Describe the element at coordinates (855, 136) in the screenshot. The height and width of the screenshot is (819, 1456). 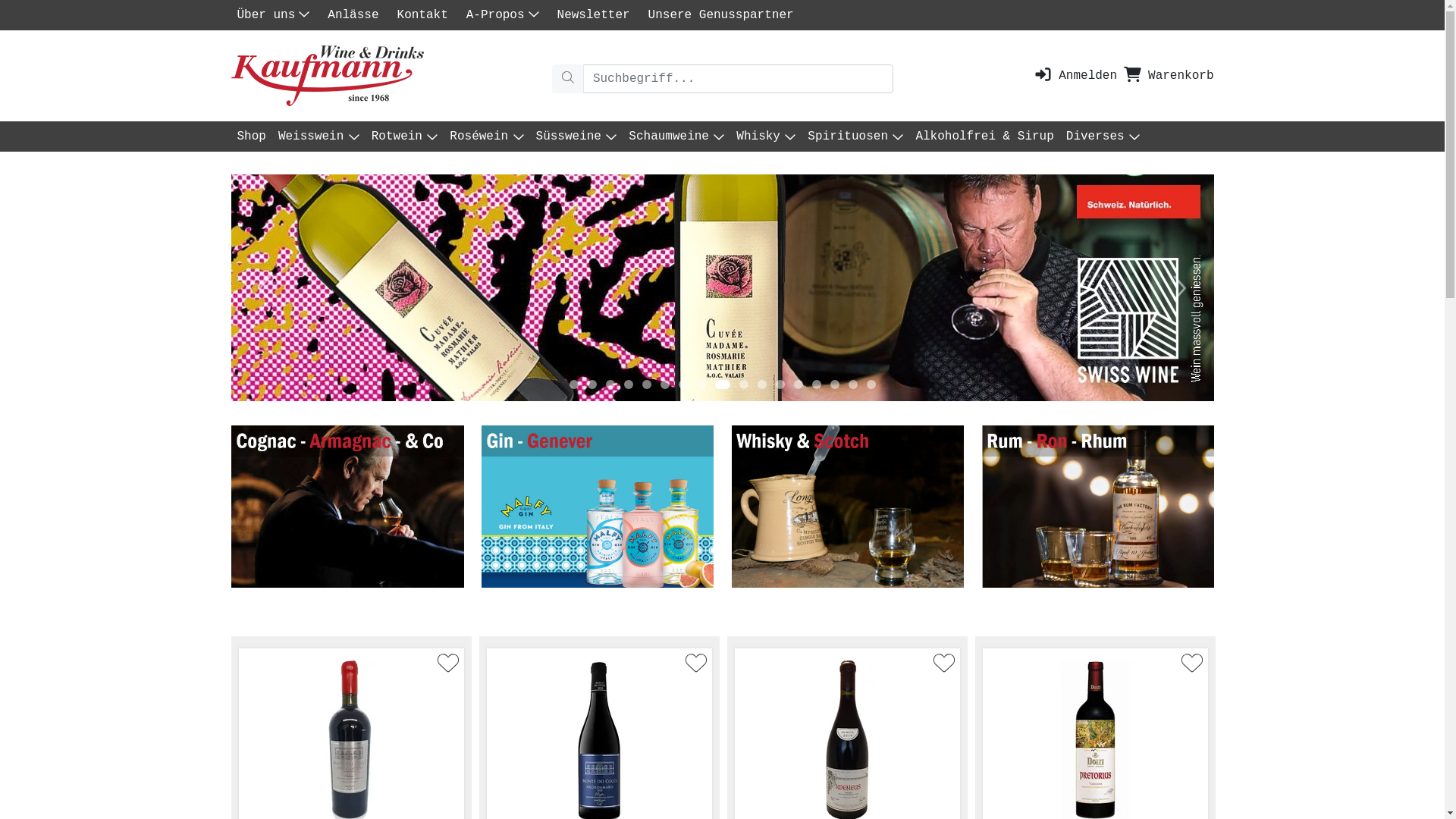
I see `'Spirituosen'` at that location.